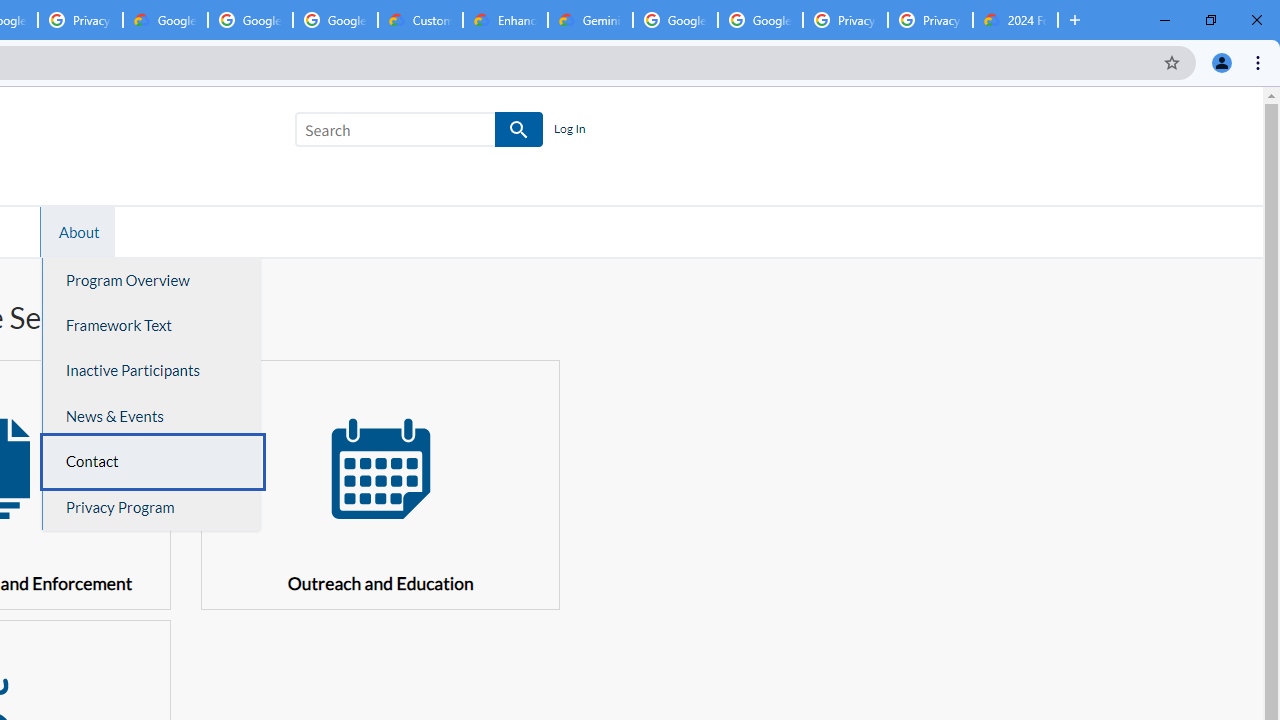  I want to click on 'Gemini for Business and Developers | Google Cloud', so click(589, 20).